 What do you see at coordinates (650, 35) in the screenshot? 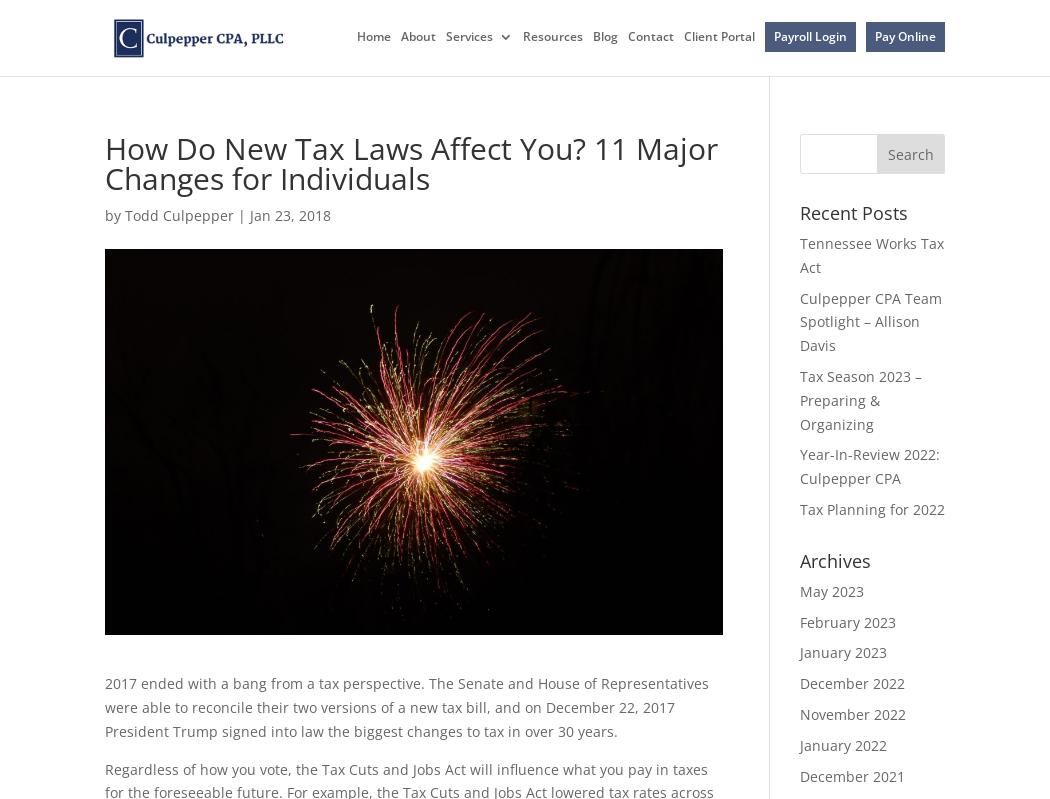
I see `'Contact'` at bounding box center [650, 35].